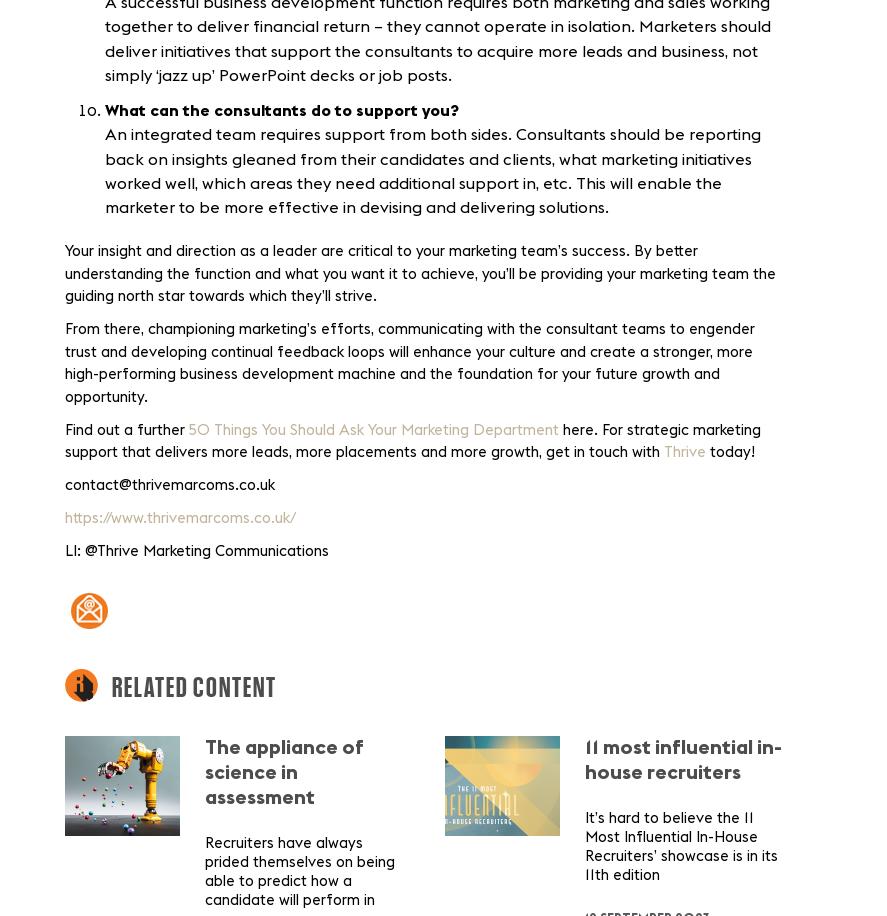 This screenshot has width=887, height=916. Describe the element at coordinates (409, 363) in the screenshot. I see `'From there, championing marketing’s efforts, communicating with the consultant teams to engender trust and developing continual feedback loops will enhance your culture and create a stronger, more high-performing business development machine and the foundation for your future growth and opportunity.'` at that location.